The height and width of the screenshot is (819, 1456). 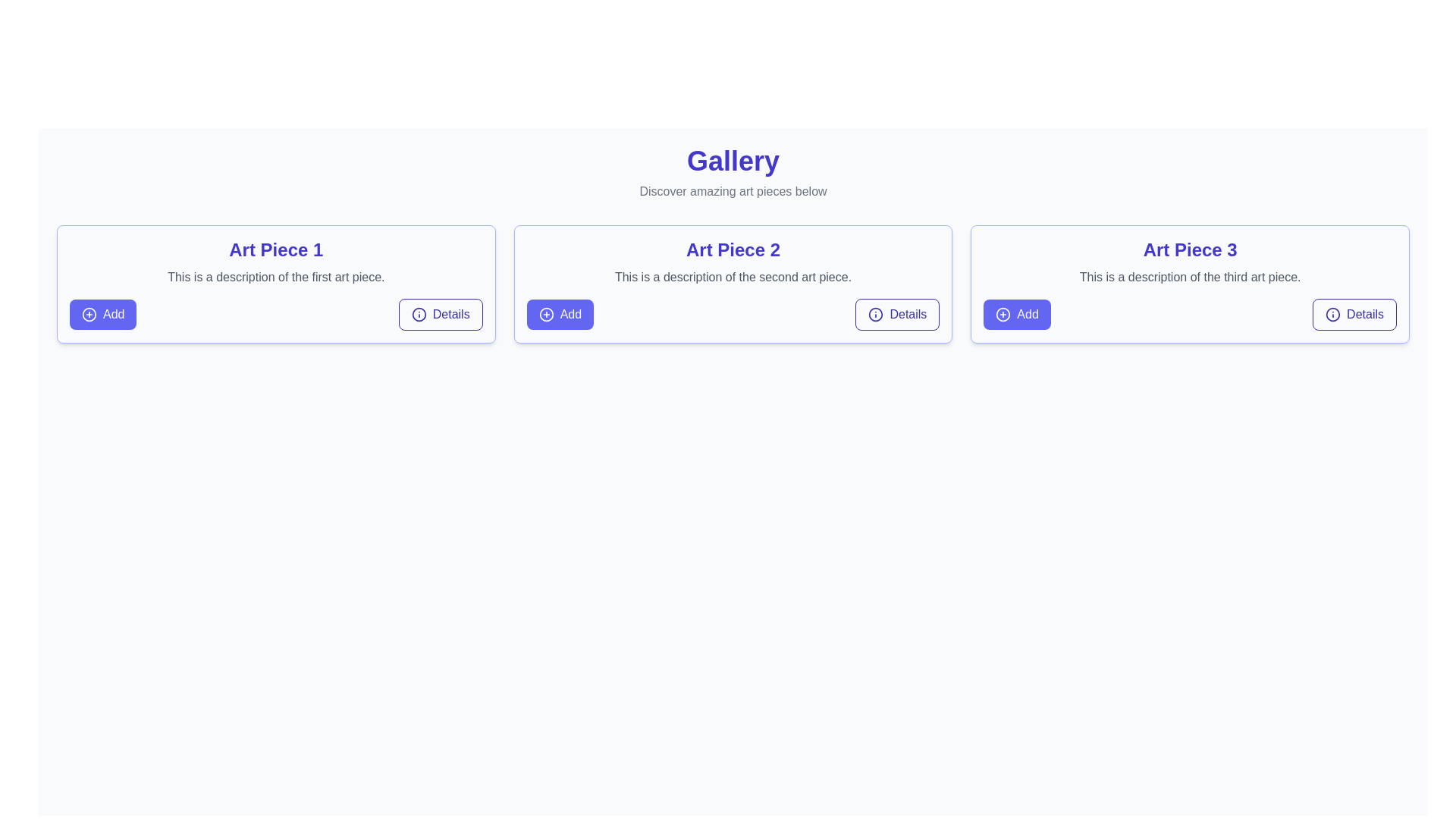 I want to click on the circular 'Add' icon with a plus symbol, located on the left-hand side of the 'Add' button in the middle card labeled 'Art Piece 2', so click(x=546, y=314).